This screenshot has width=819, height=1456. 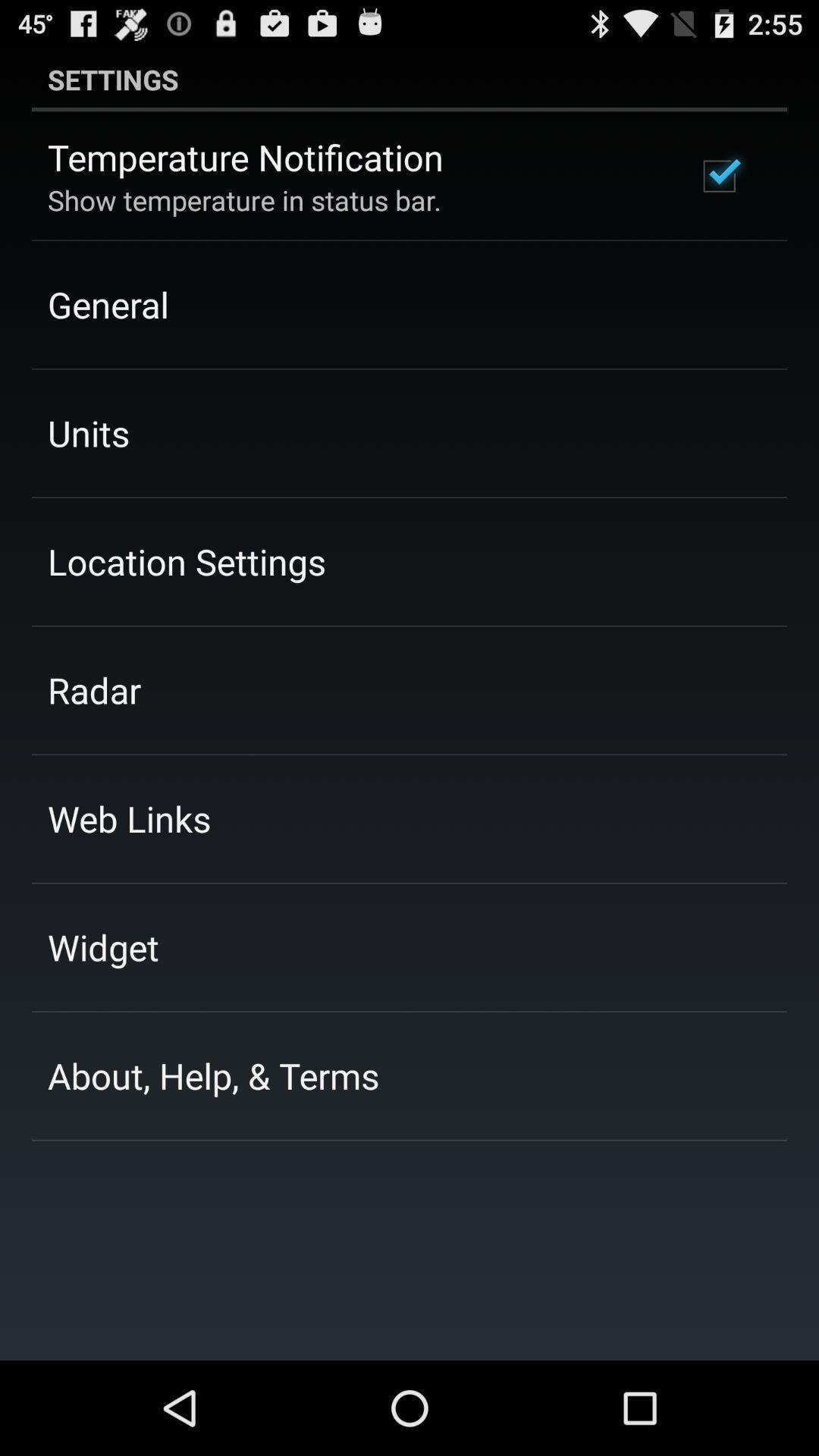 I want to click on the show temperature in item, so click(x=243, y=199).